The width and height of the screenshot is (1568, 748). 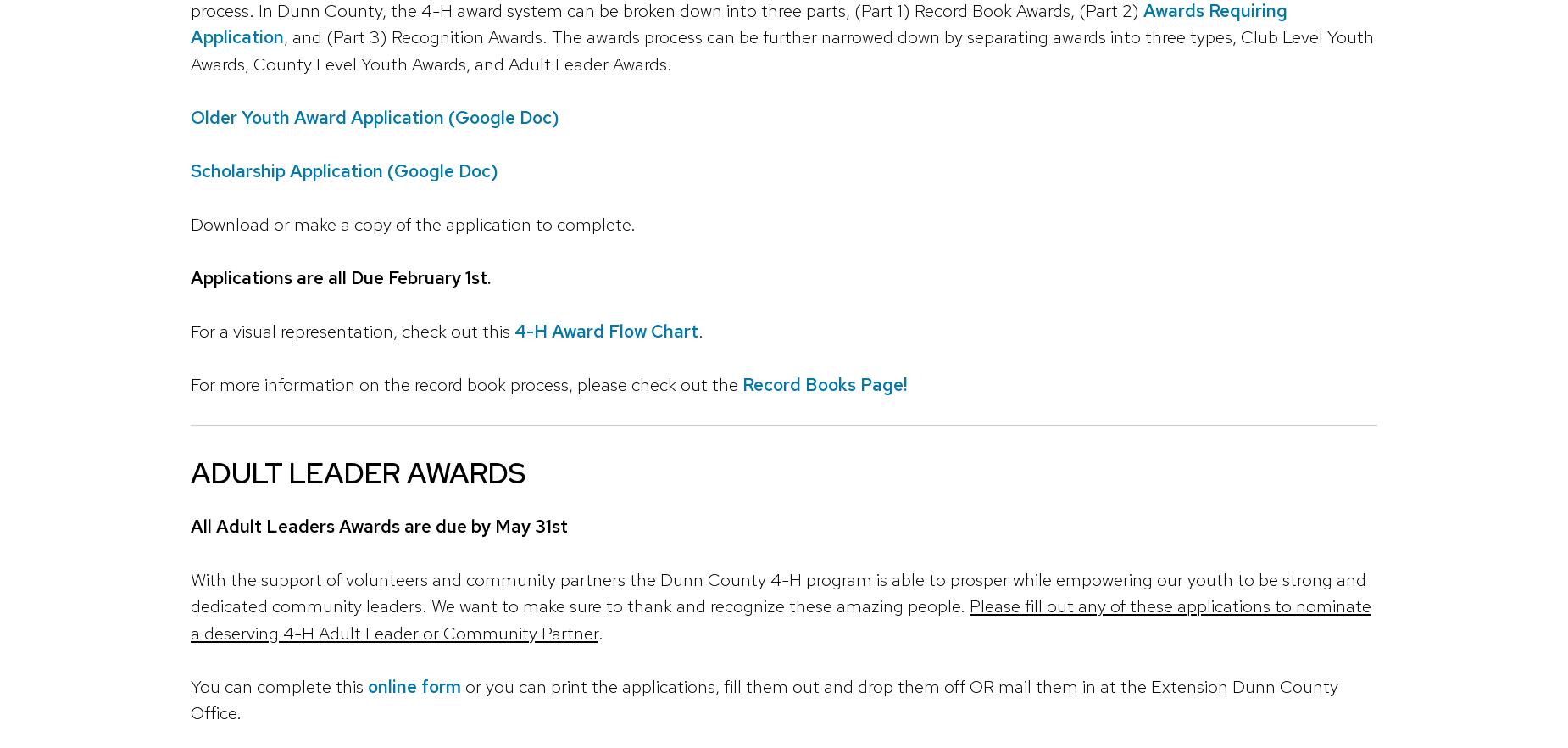 What do you see at coordinates (201, 533) in the screenshot?
I see `'Community Development'` at bounding box center [201, 533].